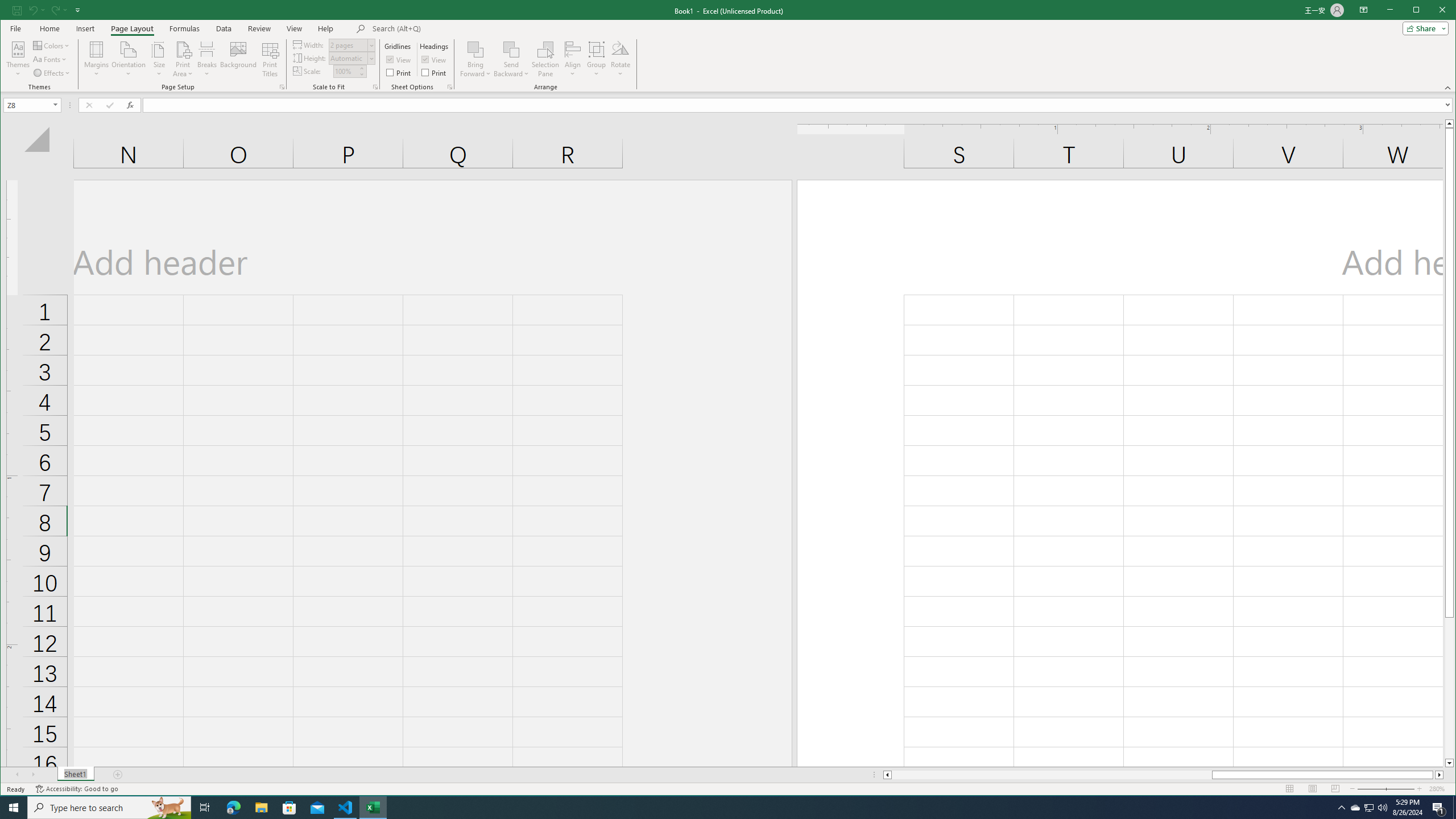  Describe the element at coordinates (510, 59) in the screenshot. I see `'Send Backward'` at that location.